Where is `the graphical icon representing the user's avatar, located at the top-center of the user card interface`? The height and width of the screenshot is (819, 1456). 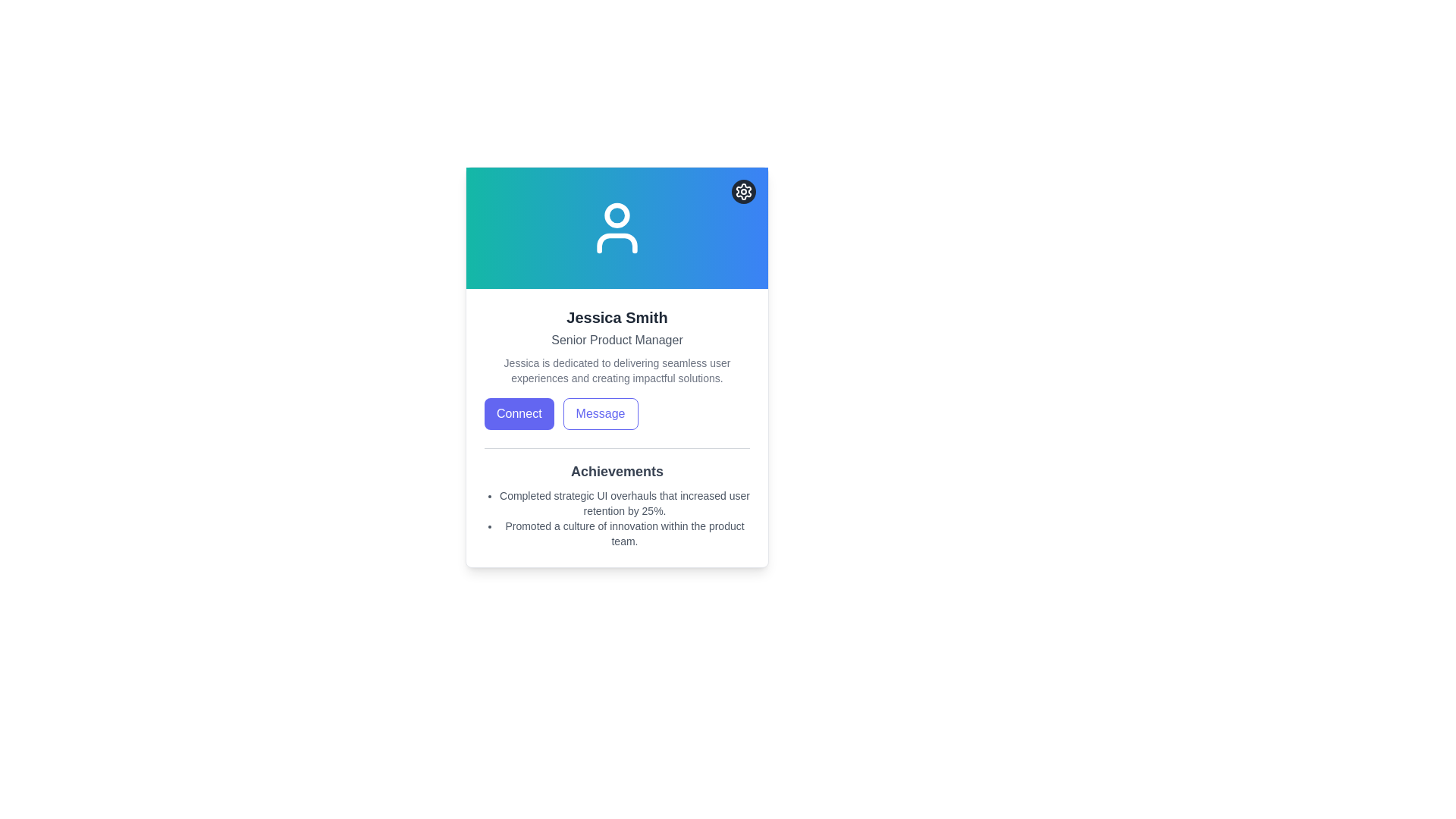 the graphical icon representing the user's avatar, located at the top-center of the user card interface is located at coordinates (617, 215).